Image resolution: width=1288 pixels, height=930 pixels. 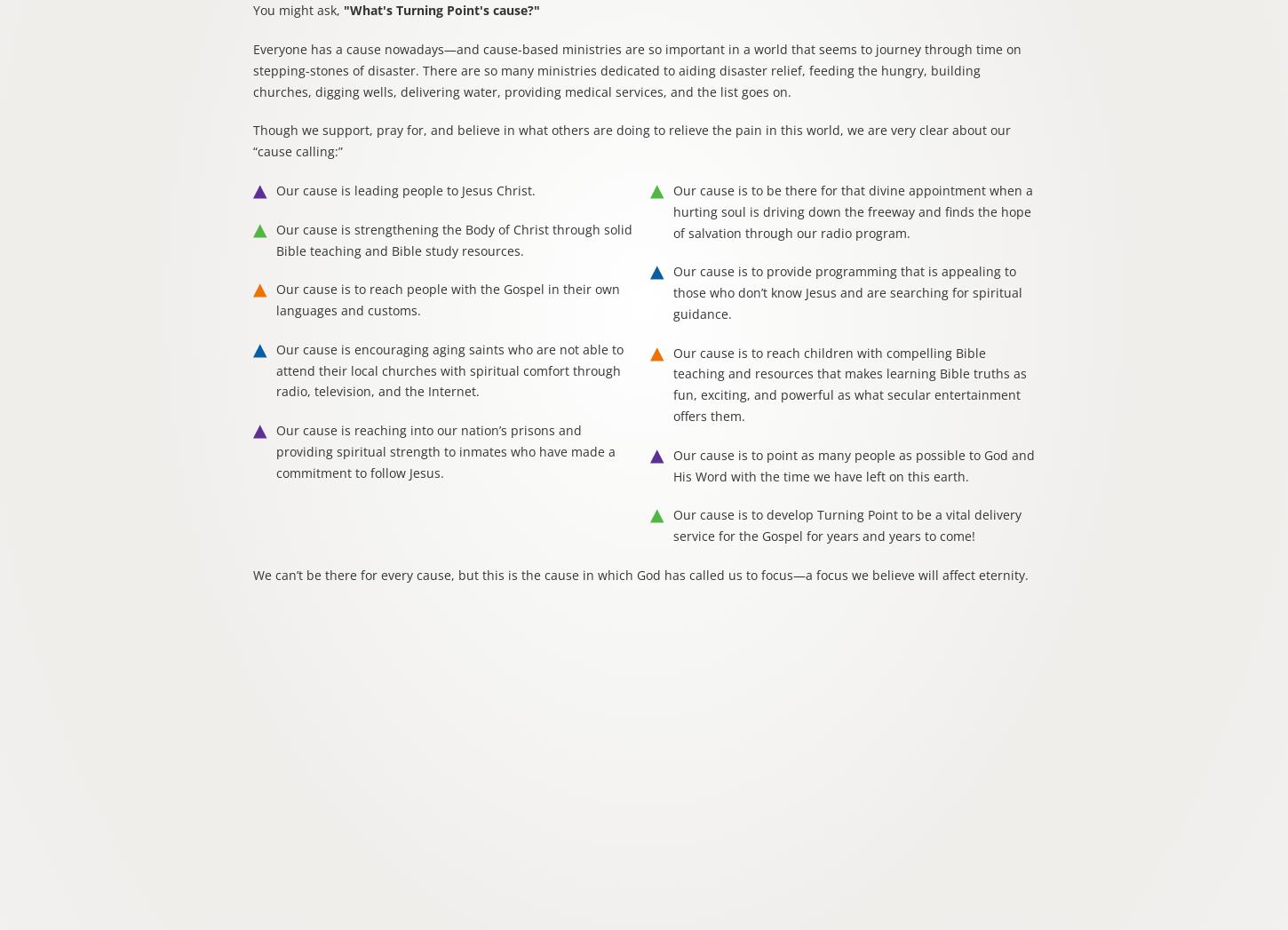 I want to click on 'Our cause is reaching into our nation’s prisons and providing spiritual strength to inmates who have made a commitment to follow Jesus.', so click(x=445, y=450).